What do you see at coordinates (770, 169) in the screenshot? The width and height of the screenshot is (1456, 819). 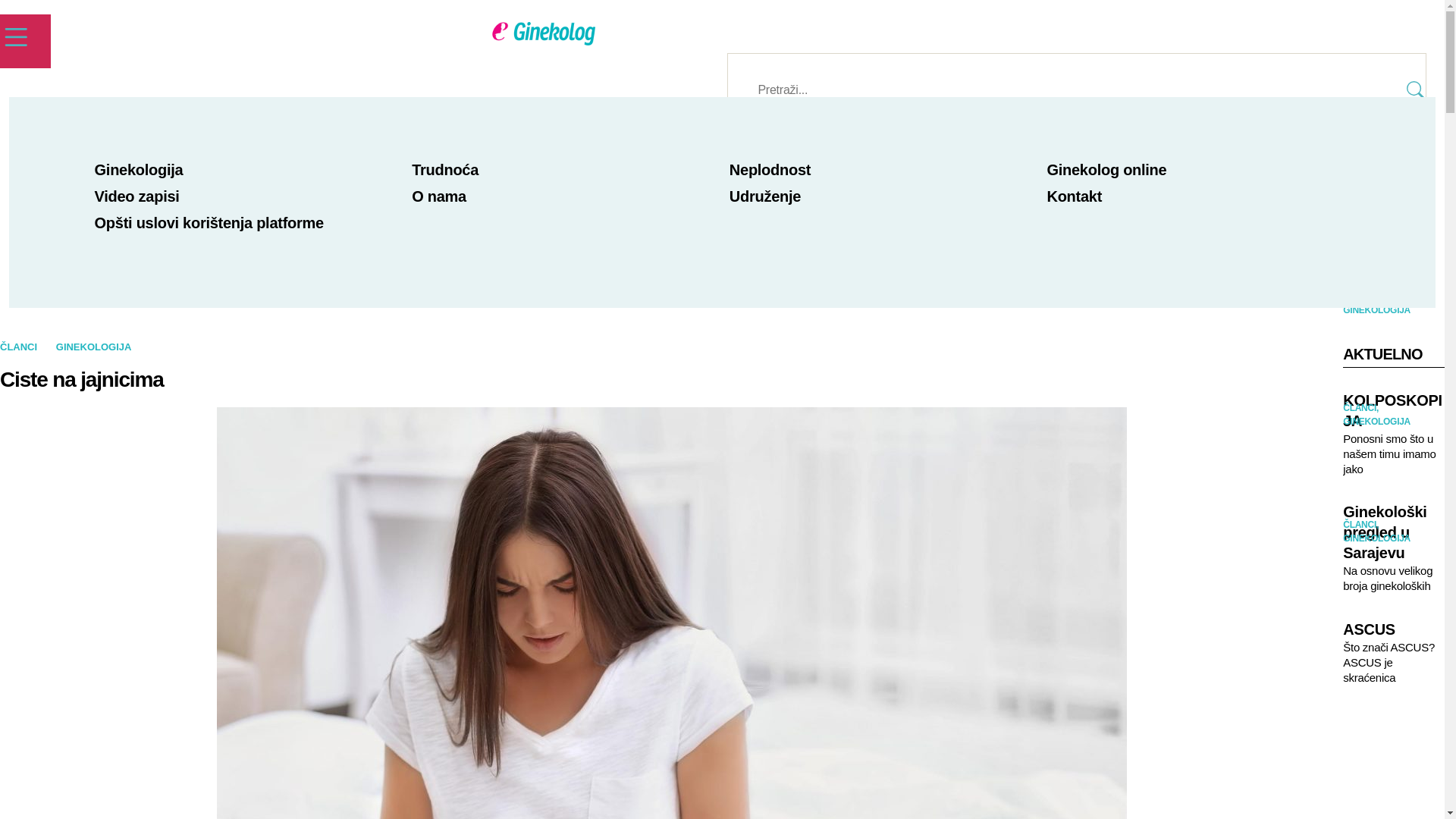 I see `'Neplodnost'` at bounding box center [770, 169].